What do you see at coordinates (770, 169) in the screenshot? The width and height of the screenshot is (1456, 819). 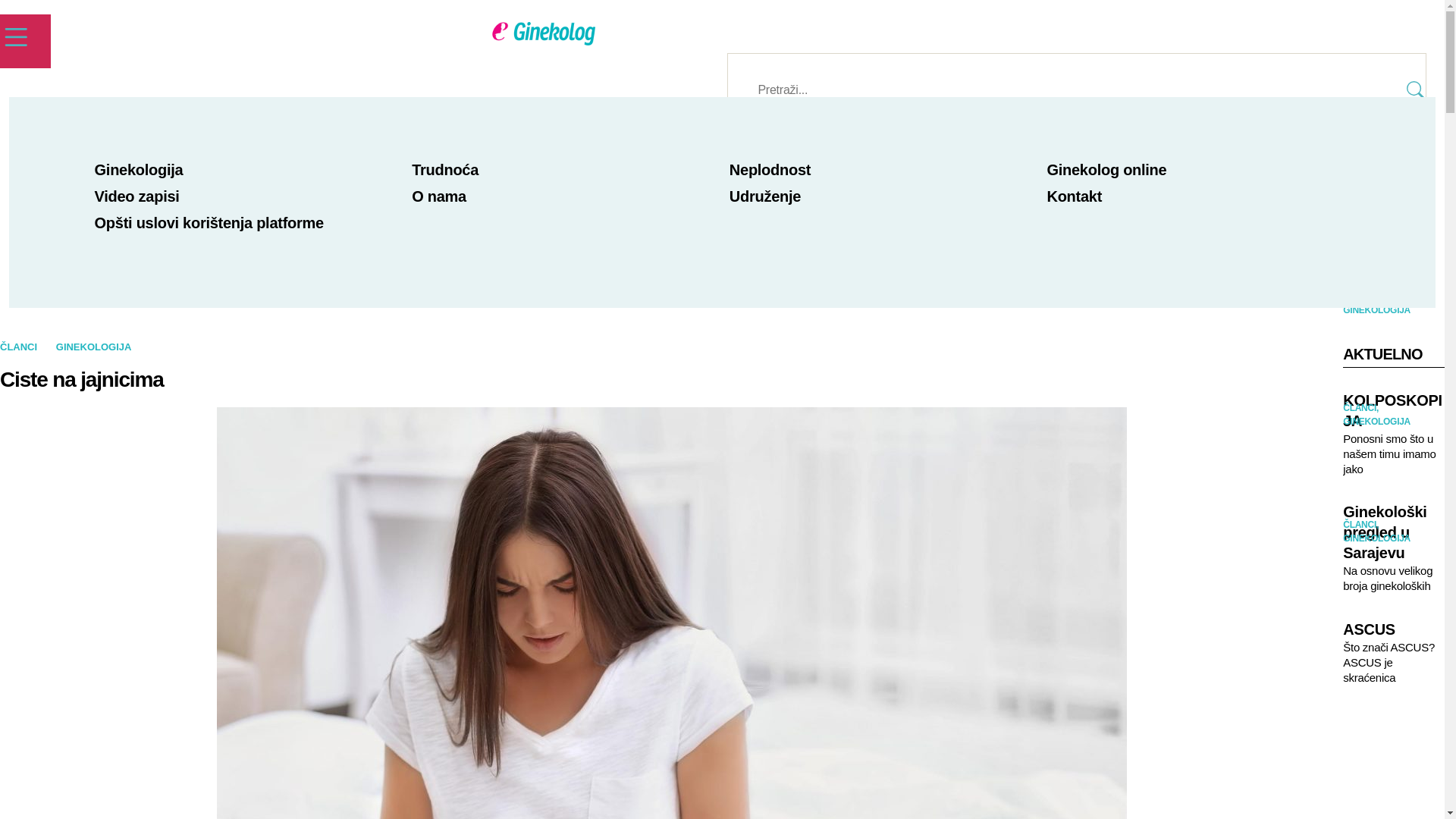 I see `'Neplodnost'` at bounding box center [770, 169].